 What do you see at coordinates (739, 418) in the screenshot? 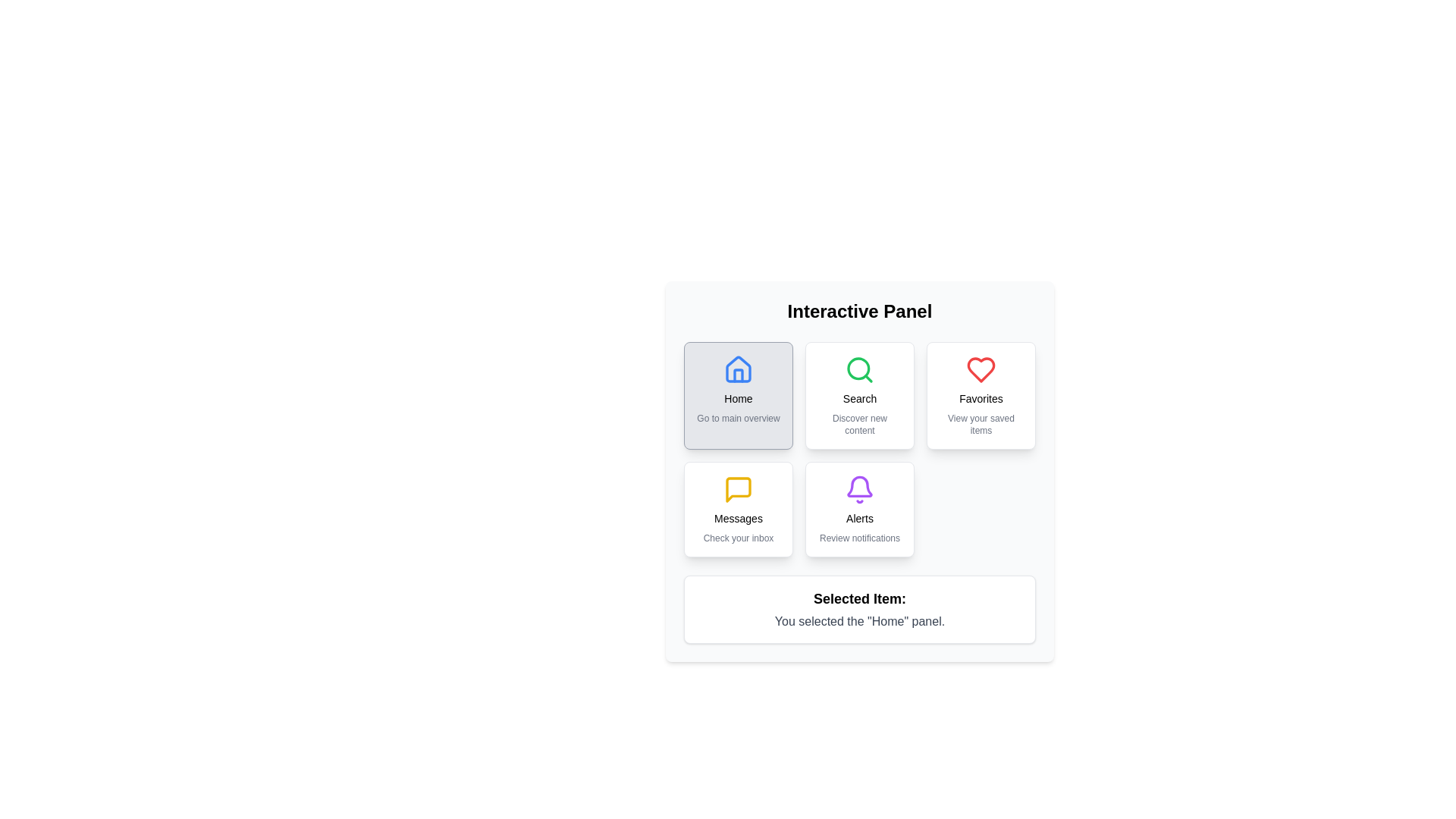
I see `small, light-gray text snippet that says 'Go to main overview' located at the bottom of the 'Home' card` at bounding box center [739, 418].